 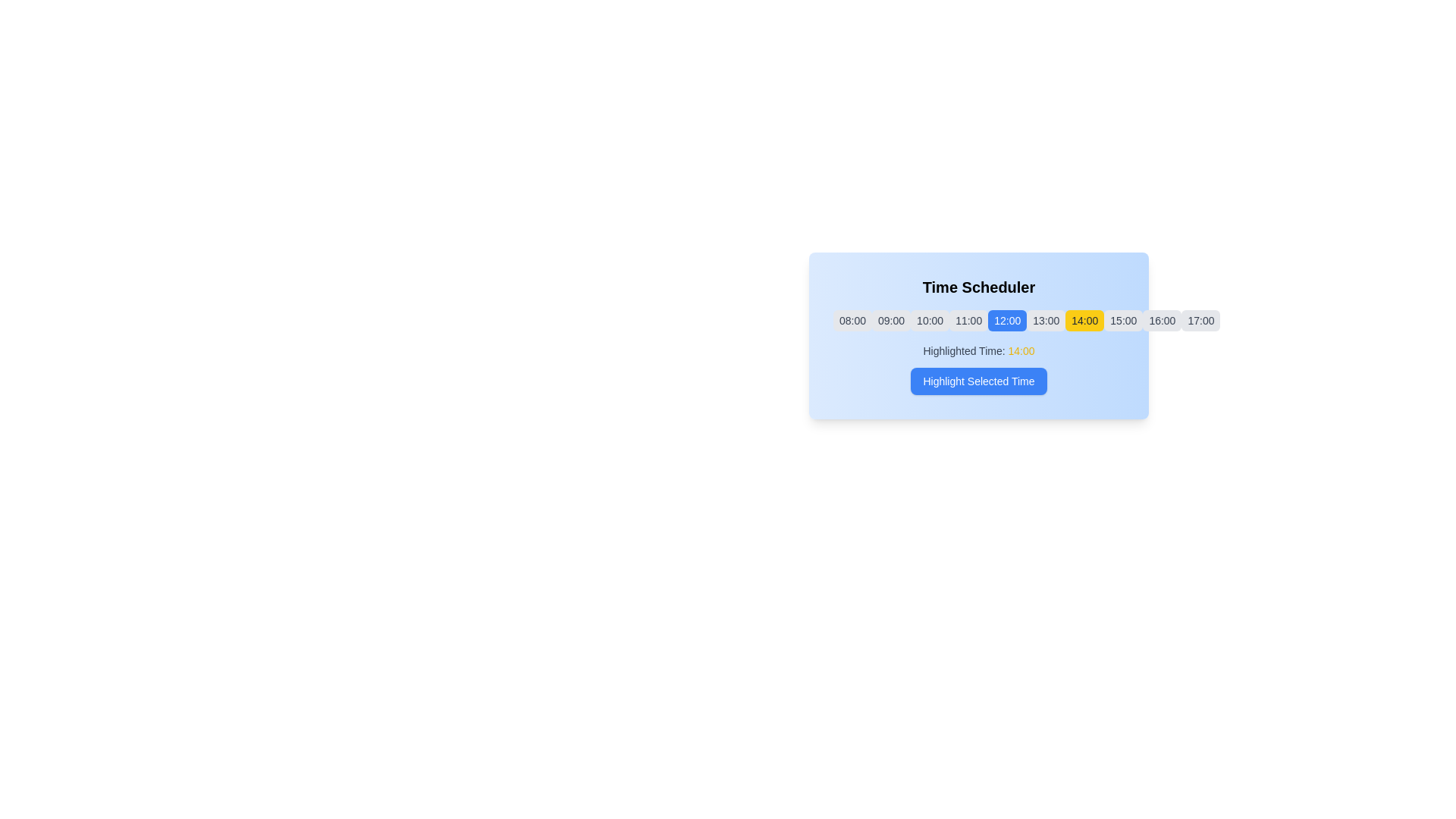 What do you see at coordinates (979, 380) in the screenshot?
I see `the rectangular button with a blue background and white text reading 'Highlight Selected Time' located centrally below 'Highlighted Time: 14:00'` at bounding box center [979, 380].